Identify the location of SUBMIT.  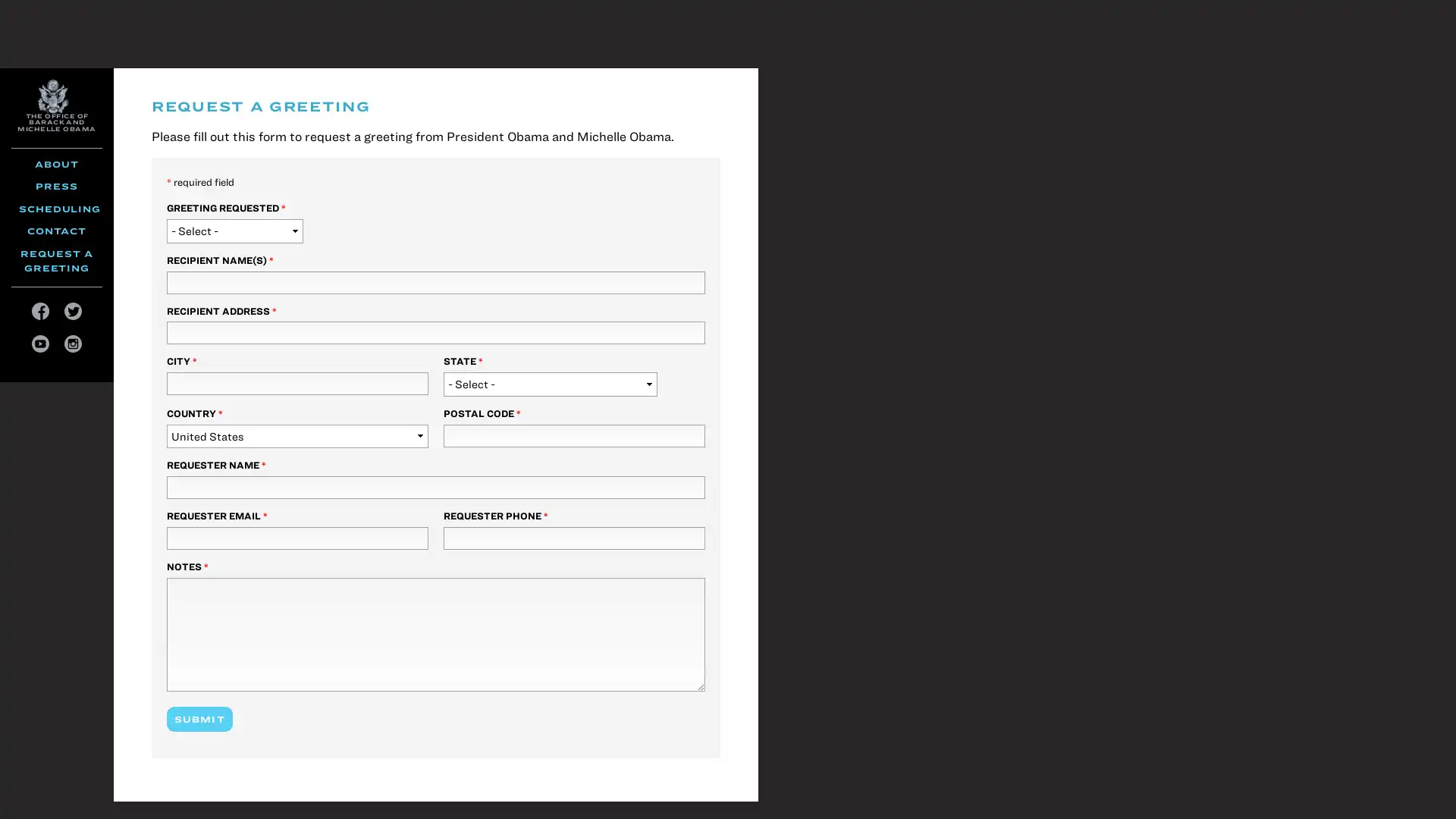
(199, 718).